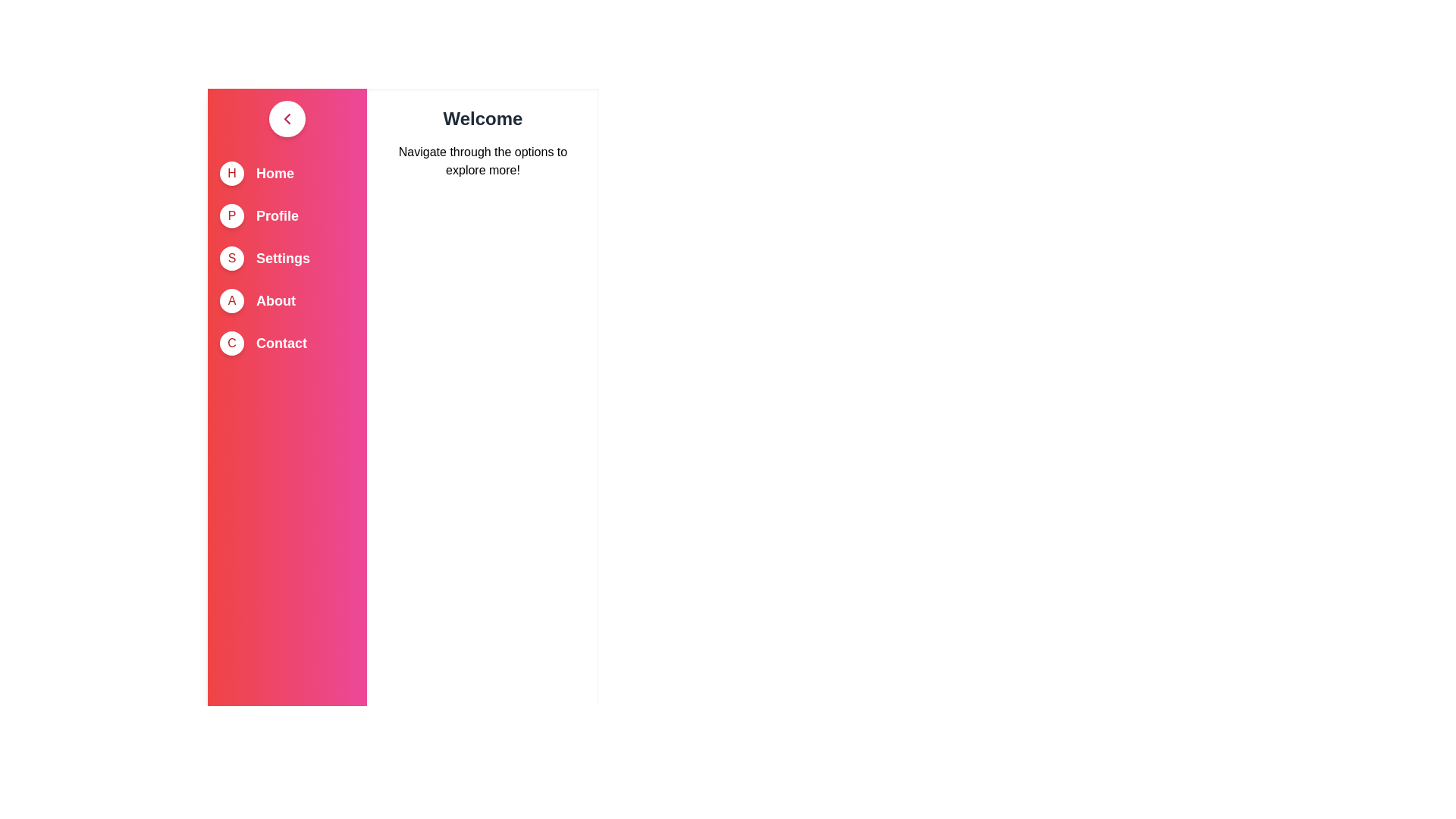 This screenshot has height=819, width=1456. Describe the element at coordinates (275, 301) in the screenshot. I see `the menu item About` at that location.